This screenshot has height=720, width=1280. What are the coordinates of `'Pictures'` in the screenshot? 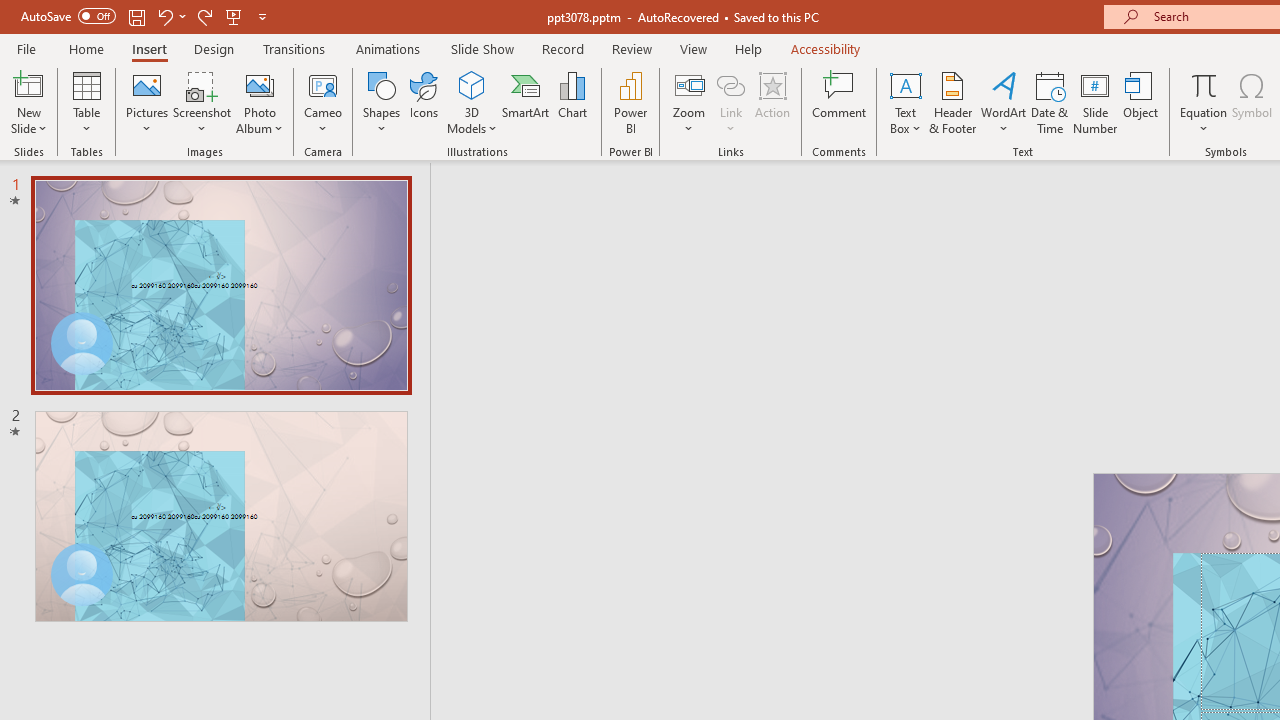 It's located at (146, 103).